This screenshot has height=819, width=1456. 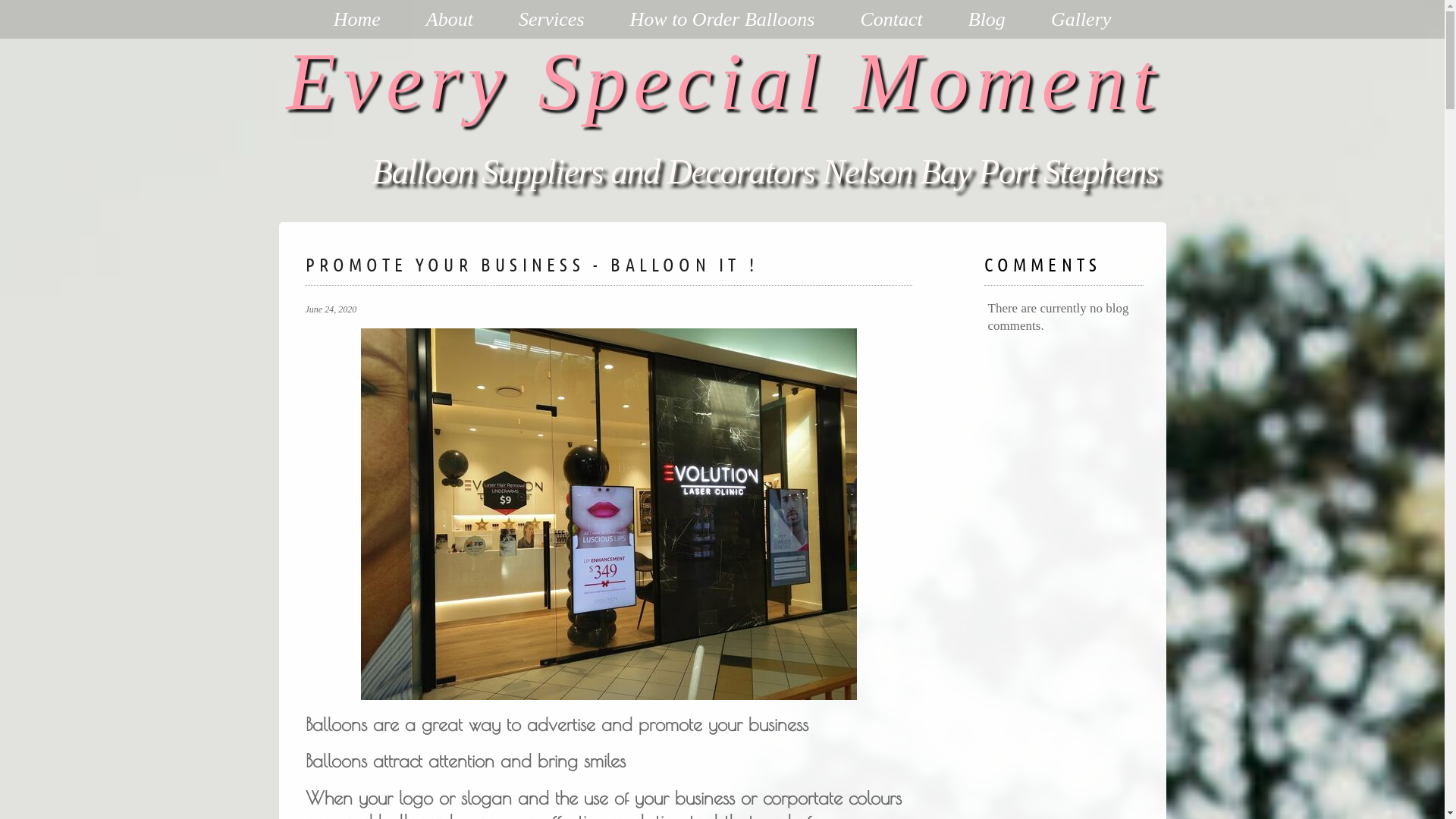 What do you see at coordinates (356, 19) in the screenshot?
I see `'Home'` at bounding box center [356, 19].